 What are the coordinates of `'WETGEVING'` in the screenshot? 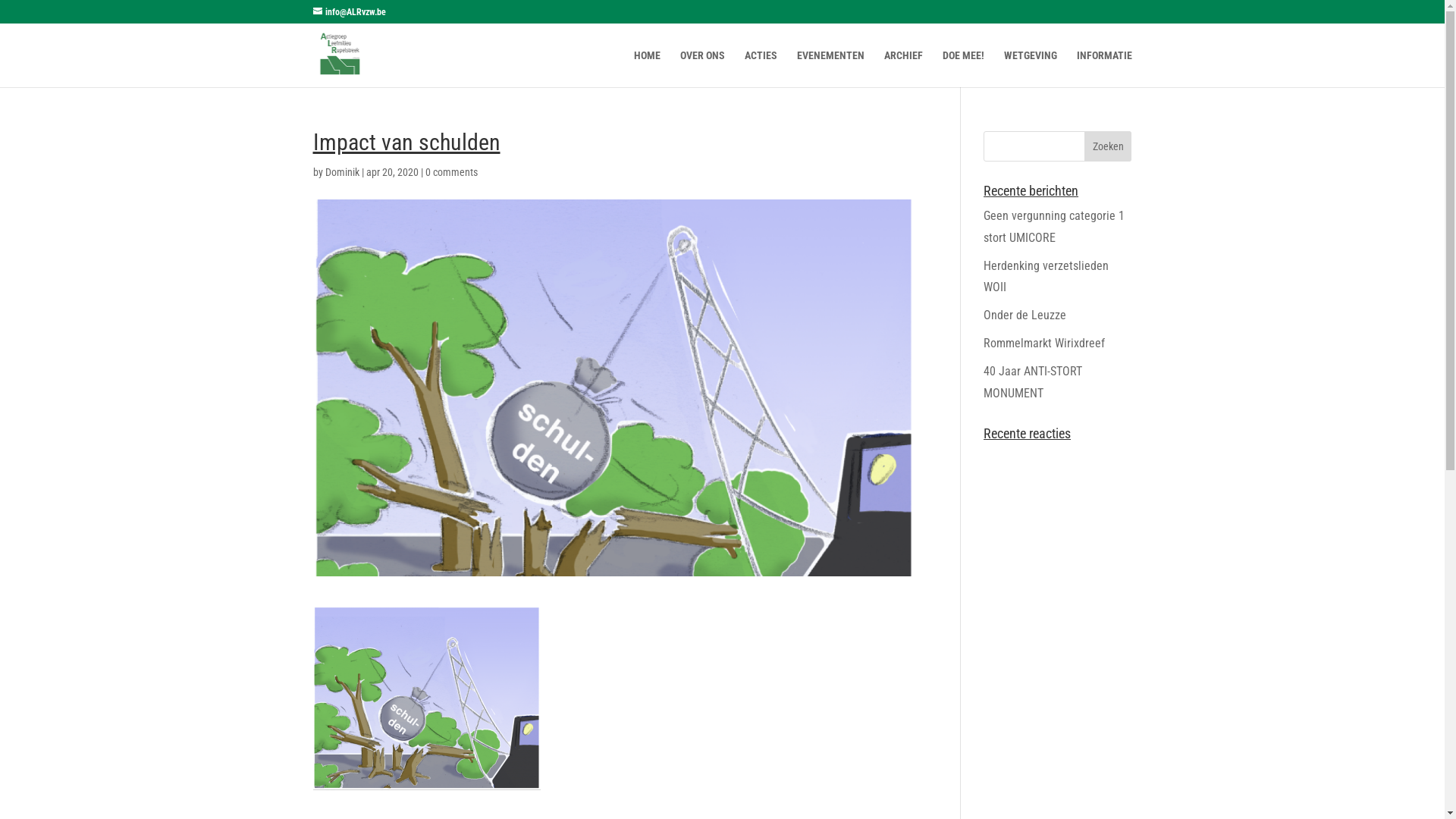 It's located at (1030, 68).